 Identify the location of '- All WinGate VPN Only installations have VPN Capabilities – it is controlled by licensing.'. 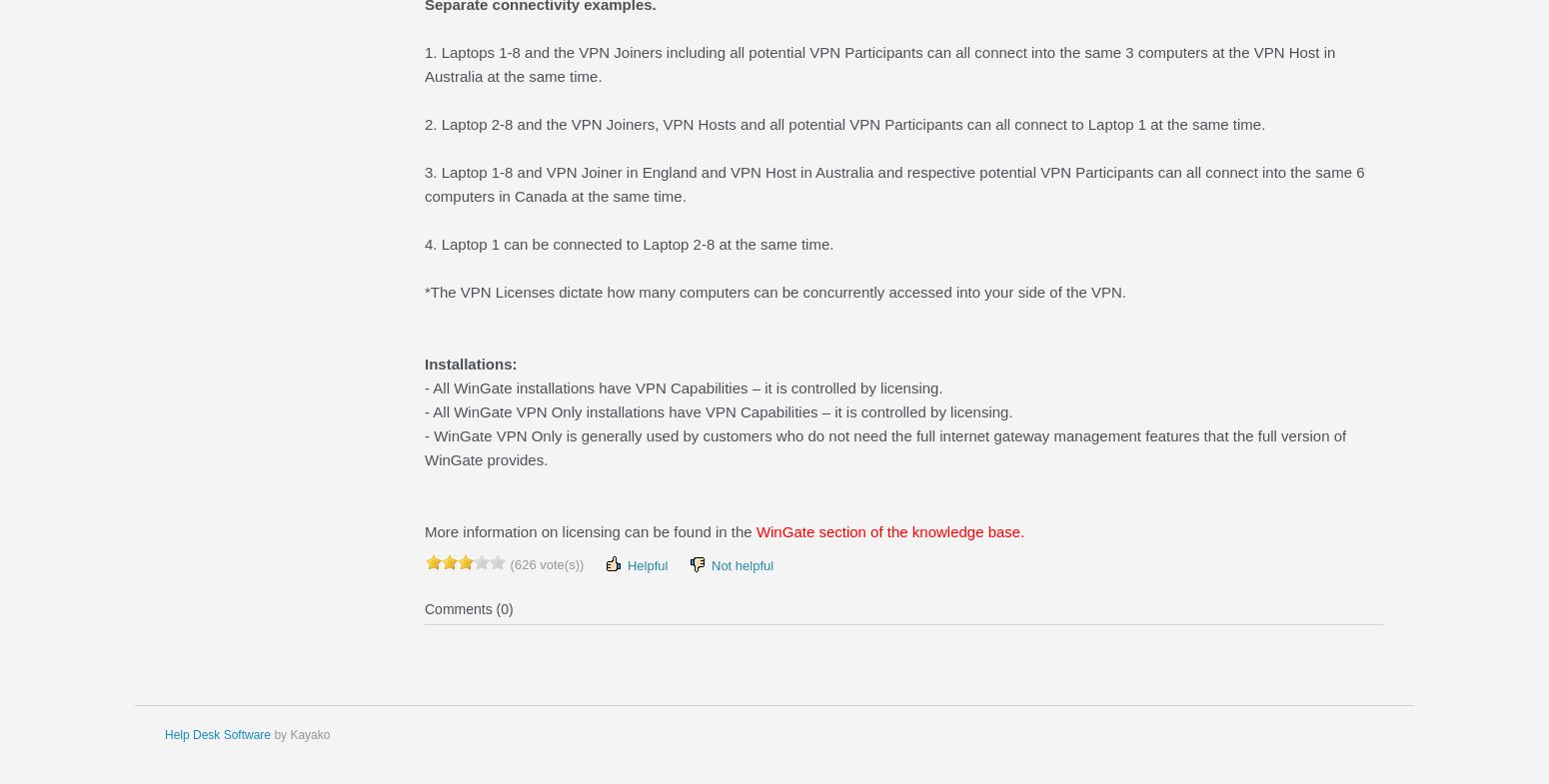
(719, 411).